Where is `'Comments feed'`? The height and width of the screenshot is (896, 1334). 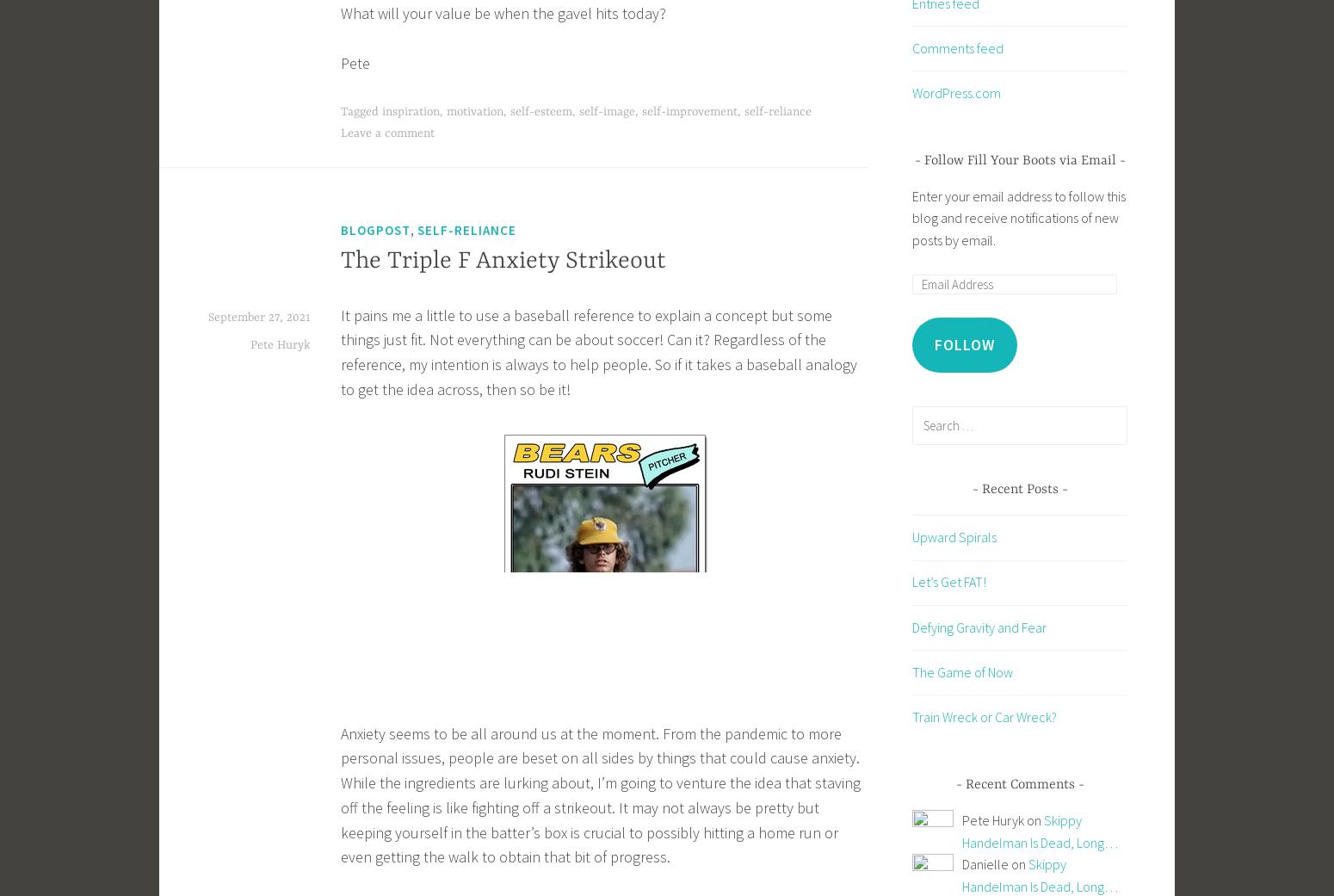 'Comments feed' is located at coordinates (957, 46).